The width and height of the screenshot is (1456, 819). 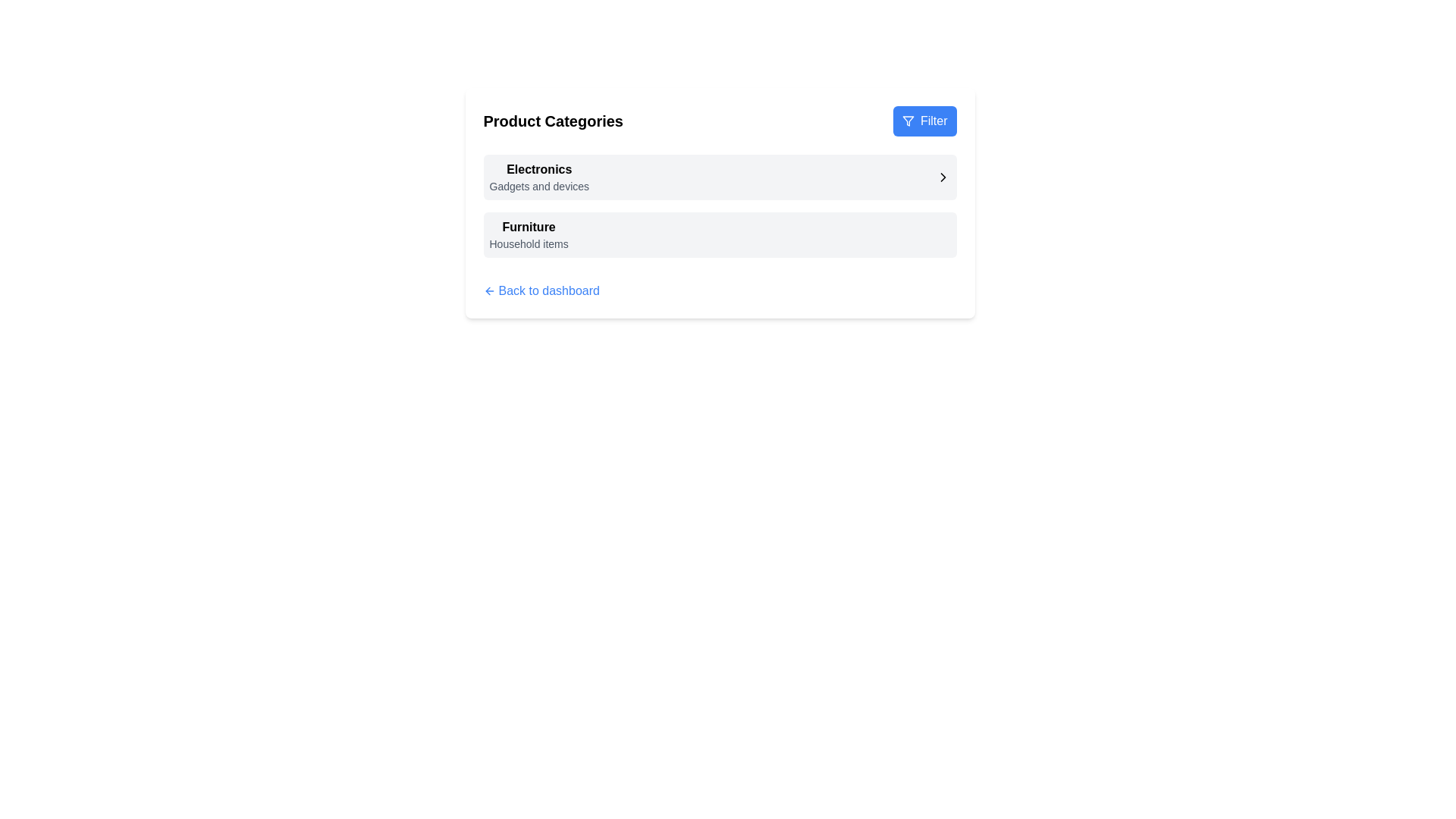 I want to click on the blue 'Filter' button with white text and a funnel icon at the top-right corner of the 'Product Categories' section, so click(x=924, y=120).